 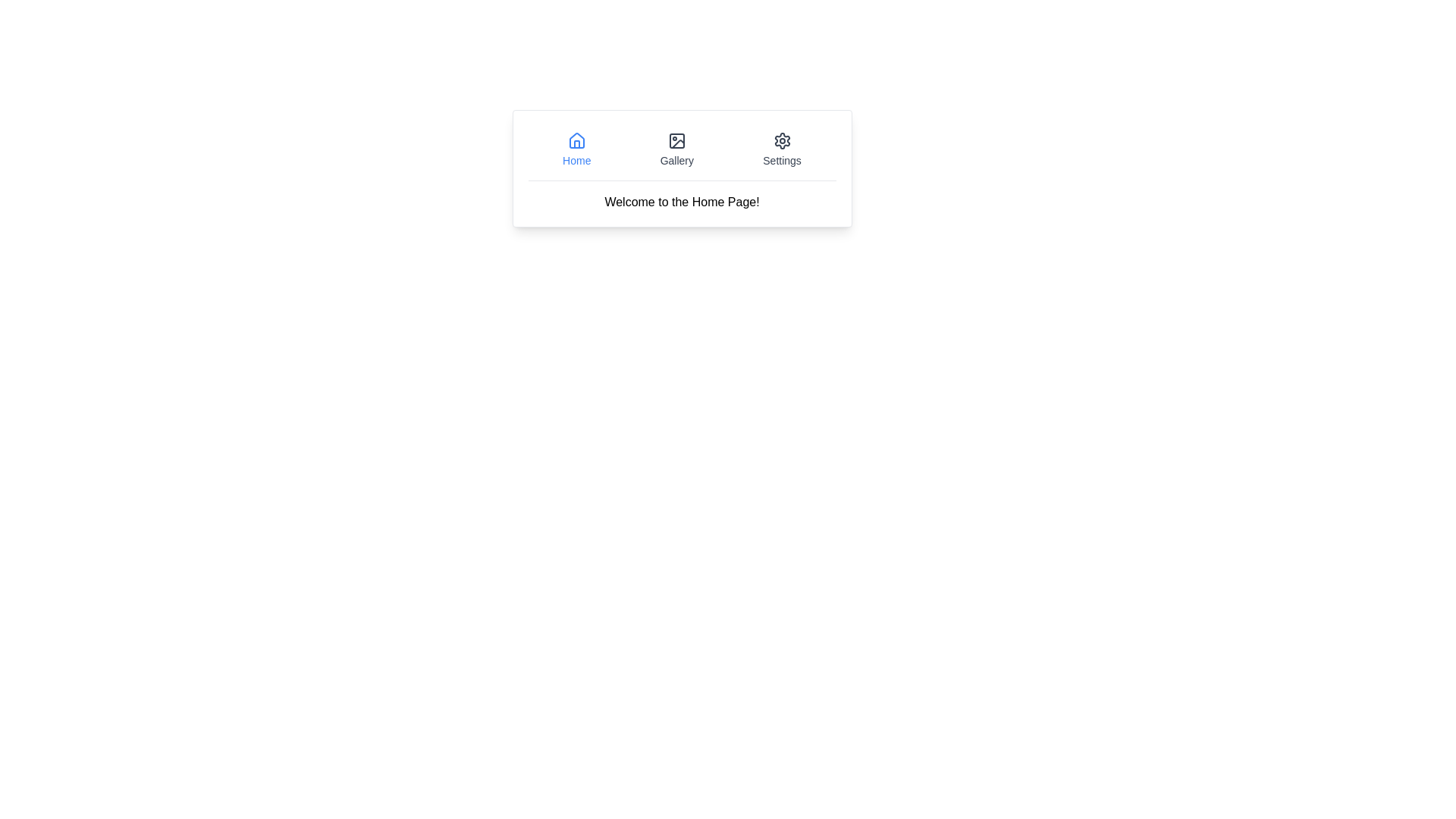 I want to click on the Gallery icon located in the central option of the horizontal menu bar to view its representation, so click(x=676, y=140).